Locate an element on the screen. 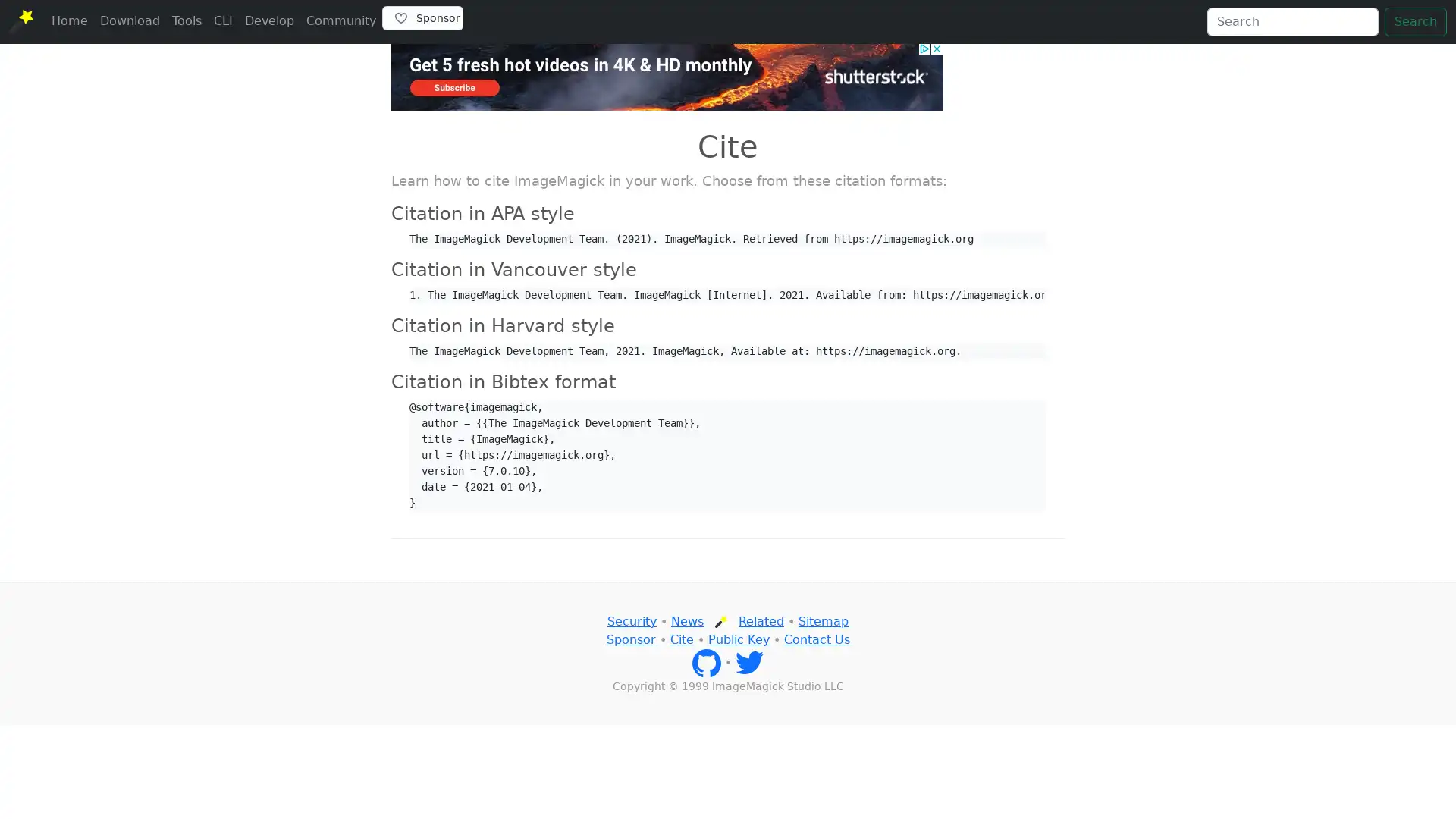 The width and height of the screenshot is (1456, 819). Search is located at coordinates (1415, 22).